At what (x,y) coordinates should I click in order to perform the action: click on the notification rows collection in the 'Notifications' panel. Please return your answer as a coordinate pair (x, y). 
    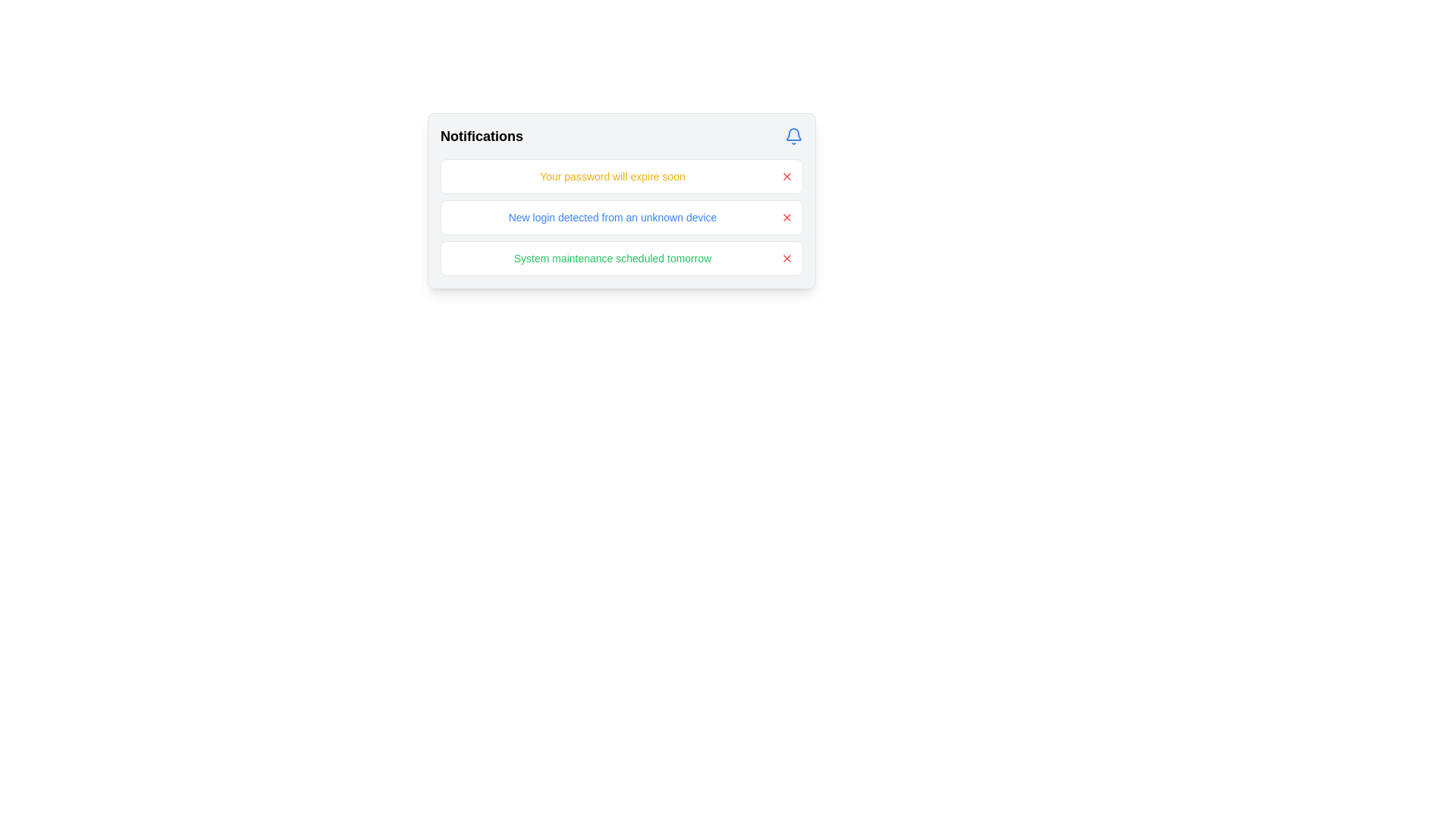
    Looking at the image, I should click on (622, 217).